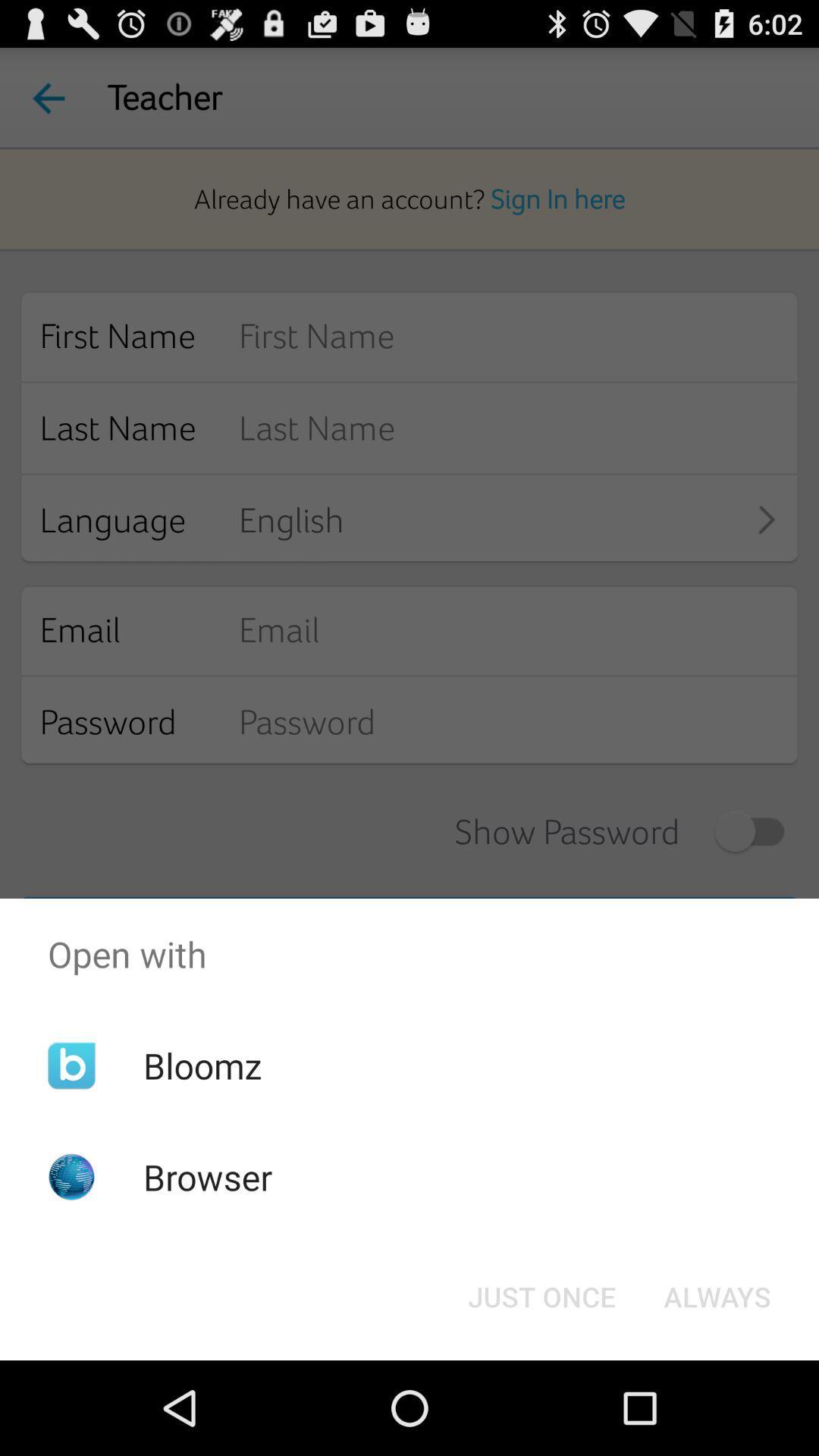 This screenshot has height=1456, width=819. I want to click on the bloomz app, so click(202, 1065).